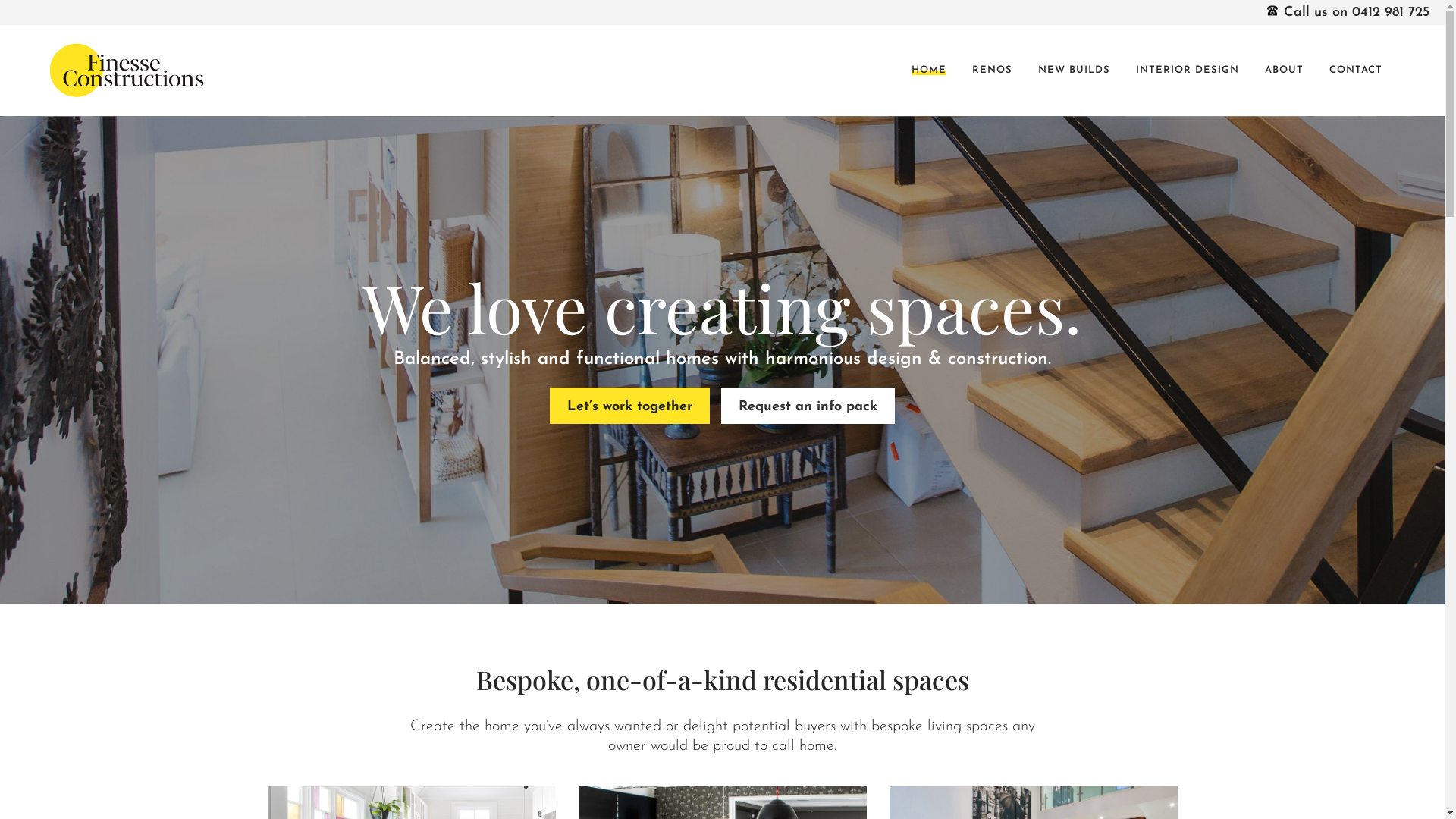 The width and height of the screenshot is (1456, 819). I want to click on 'NEW BUILDS', so click(1073, 70).